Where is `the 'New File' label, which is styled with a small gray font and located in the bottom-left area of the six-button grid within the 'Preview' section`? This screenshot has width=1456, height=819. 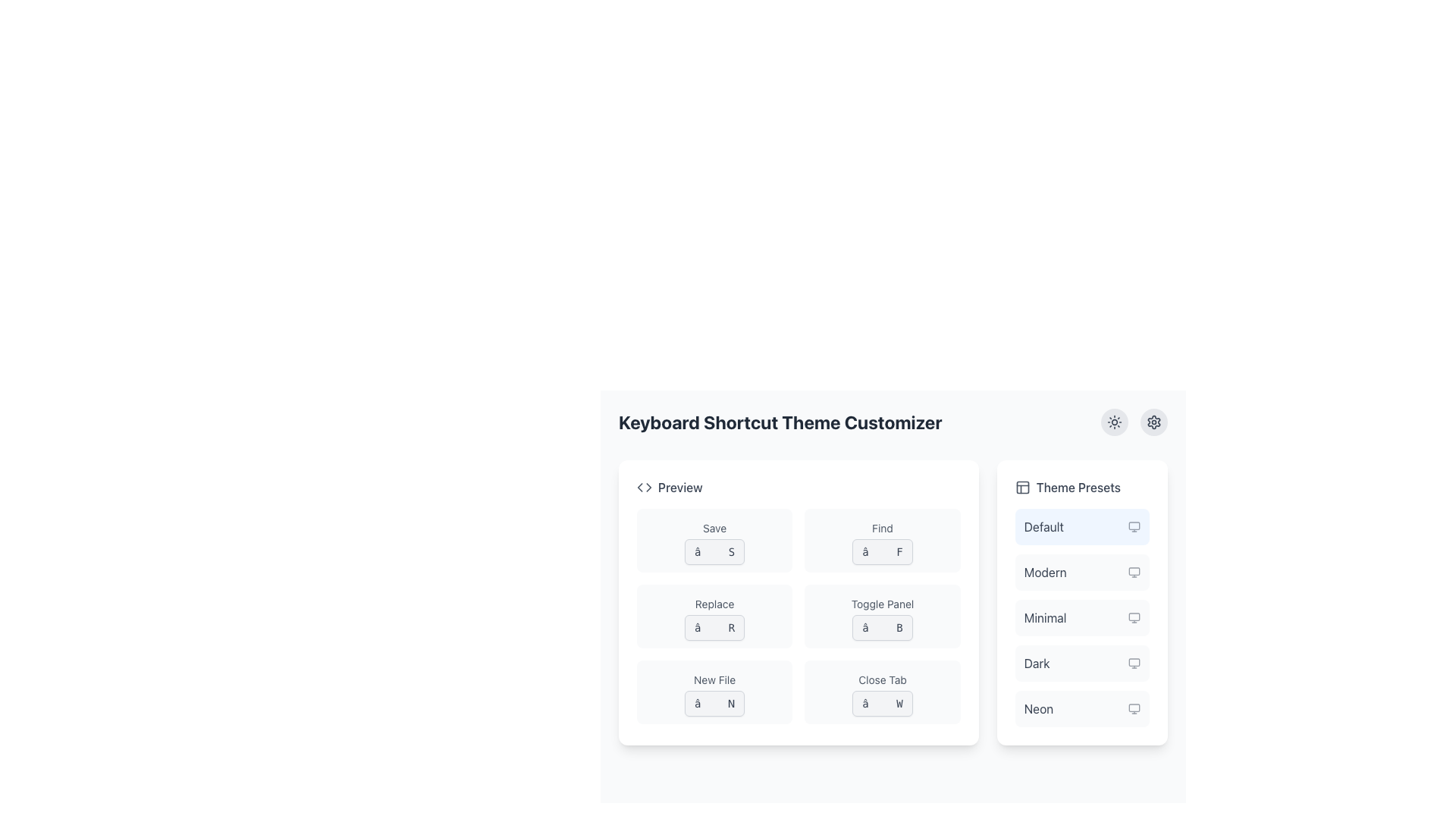 the 'New File' label, which is styled with a small gray font and located in the bottom-left area of the six-button grid within the 'Preview' section is located at coordinates (714, 679).